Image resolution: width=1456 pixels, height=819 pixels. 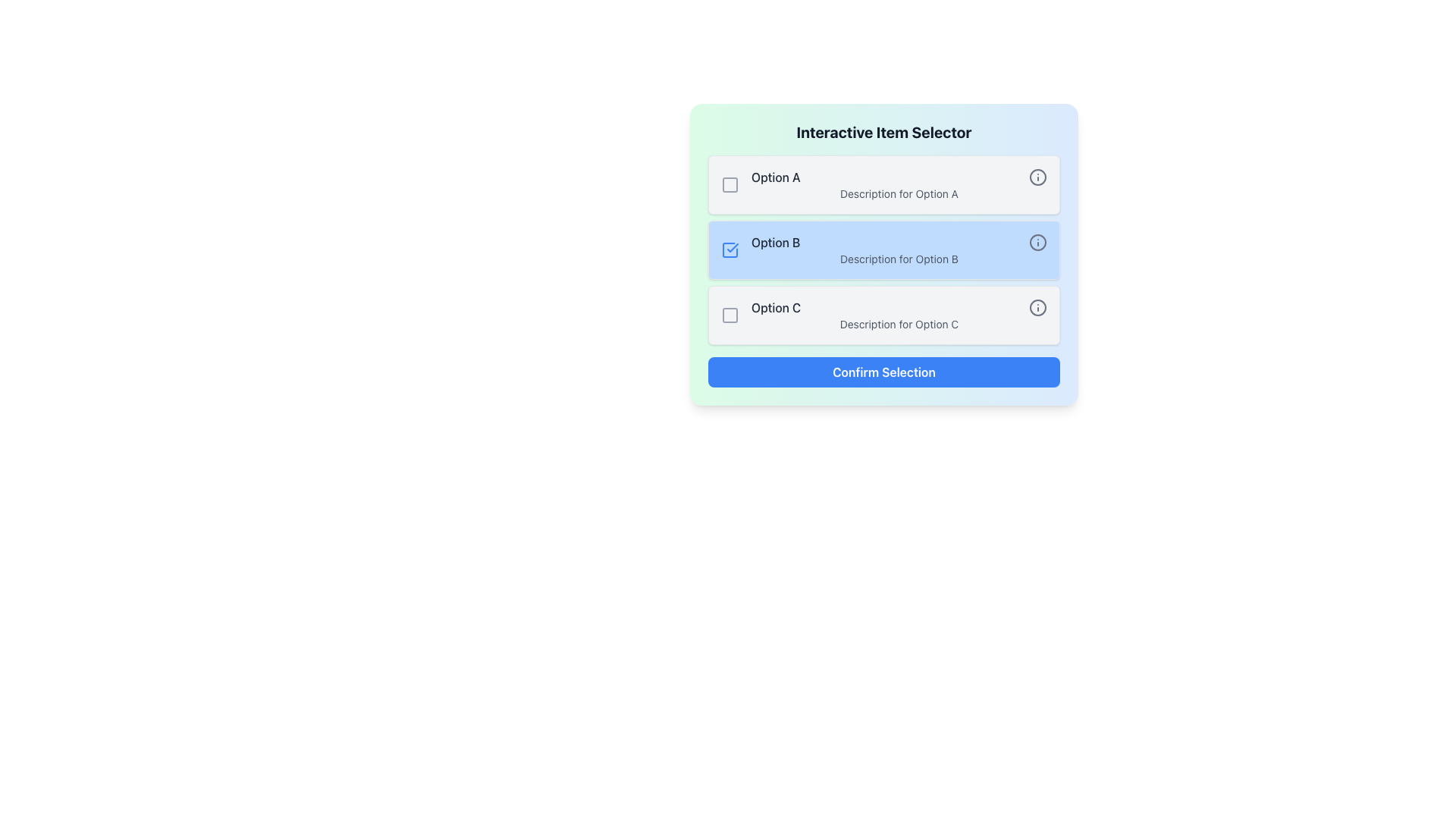 I want to click on the informational icon located at the right end of the 'Option C' selector panel, so click(x=1037, y=307).